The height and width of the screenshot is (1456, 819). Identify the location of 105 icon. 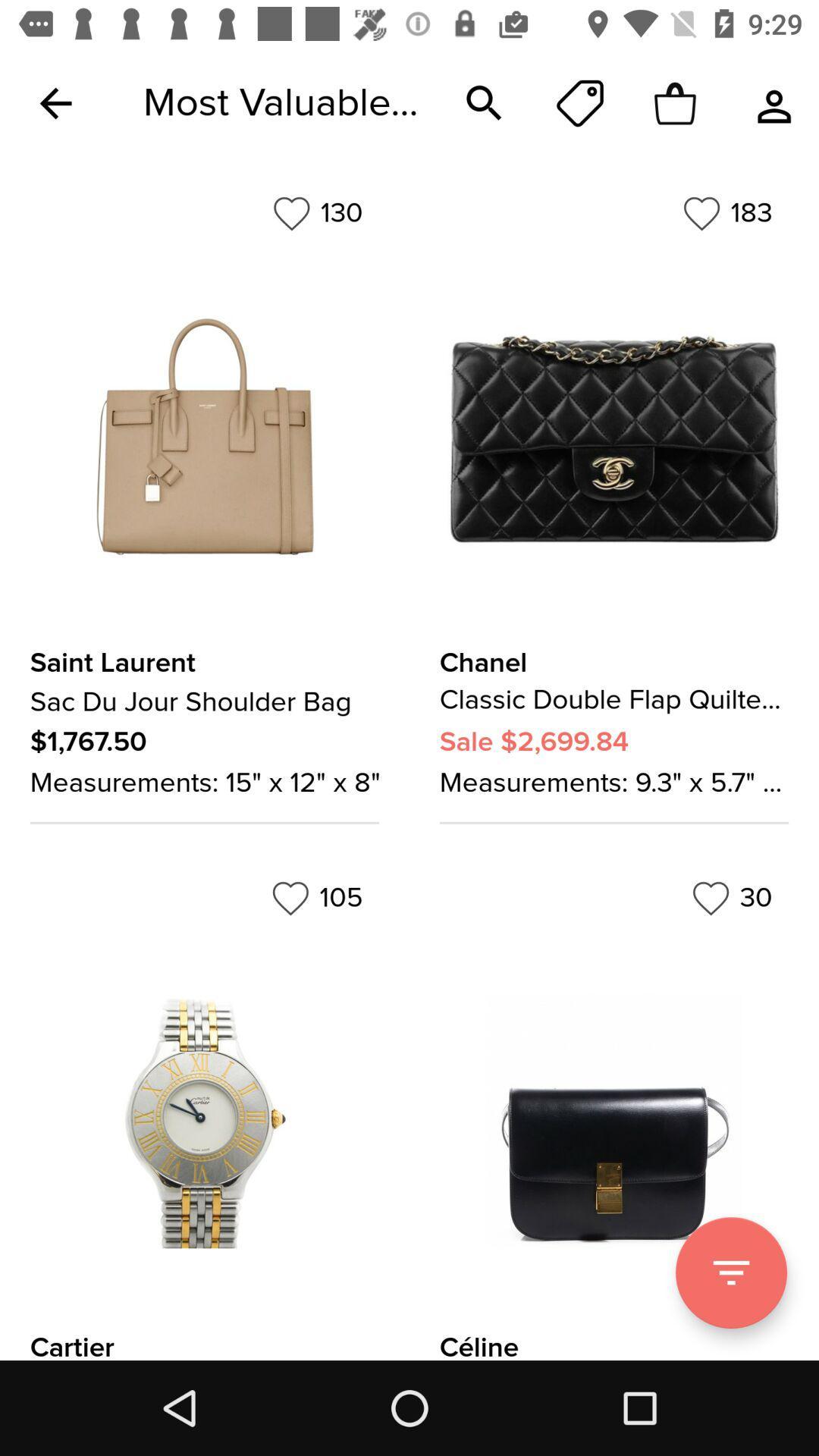
(316, 898).